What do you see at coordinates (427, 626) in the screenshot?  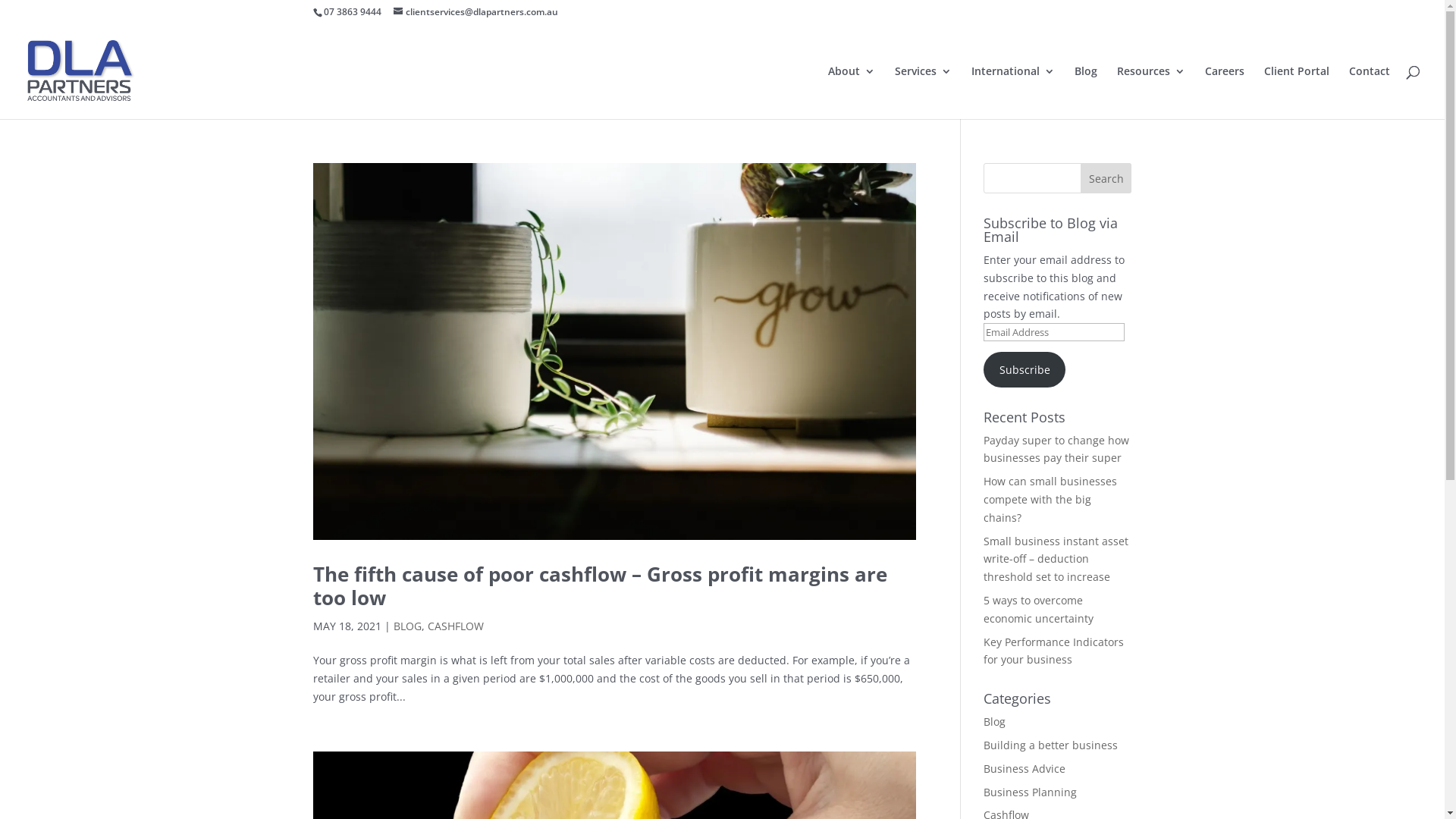 I see `'CASHFLOW'` at bounding box center [427, 626].